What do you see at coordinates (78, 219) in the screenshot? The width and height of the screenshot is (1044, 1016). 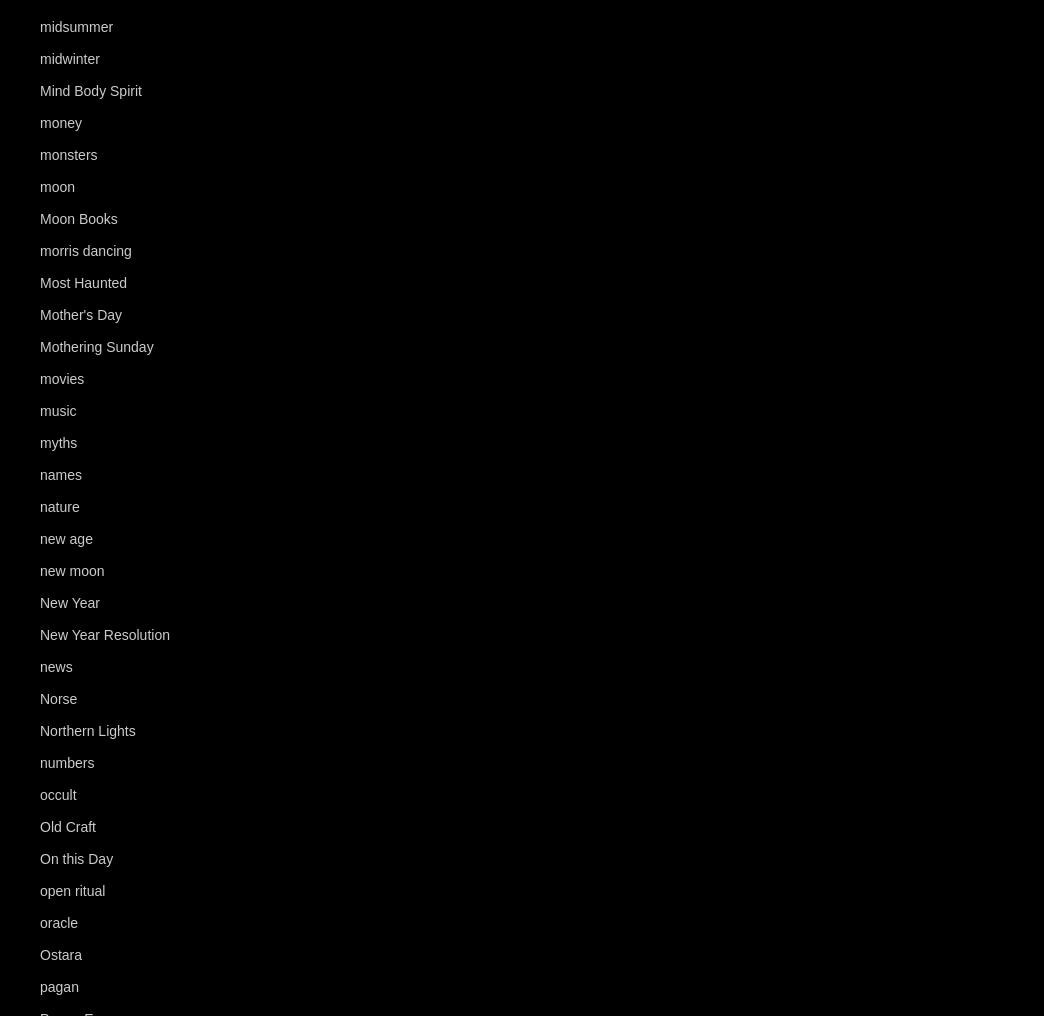 I see `'Moon Books'` at bounding box center [78, 219].